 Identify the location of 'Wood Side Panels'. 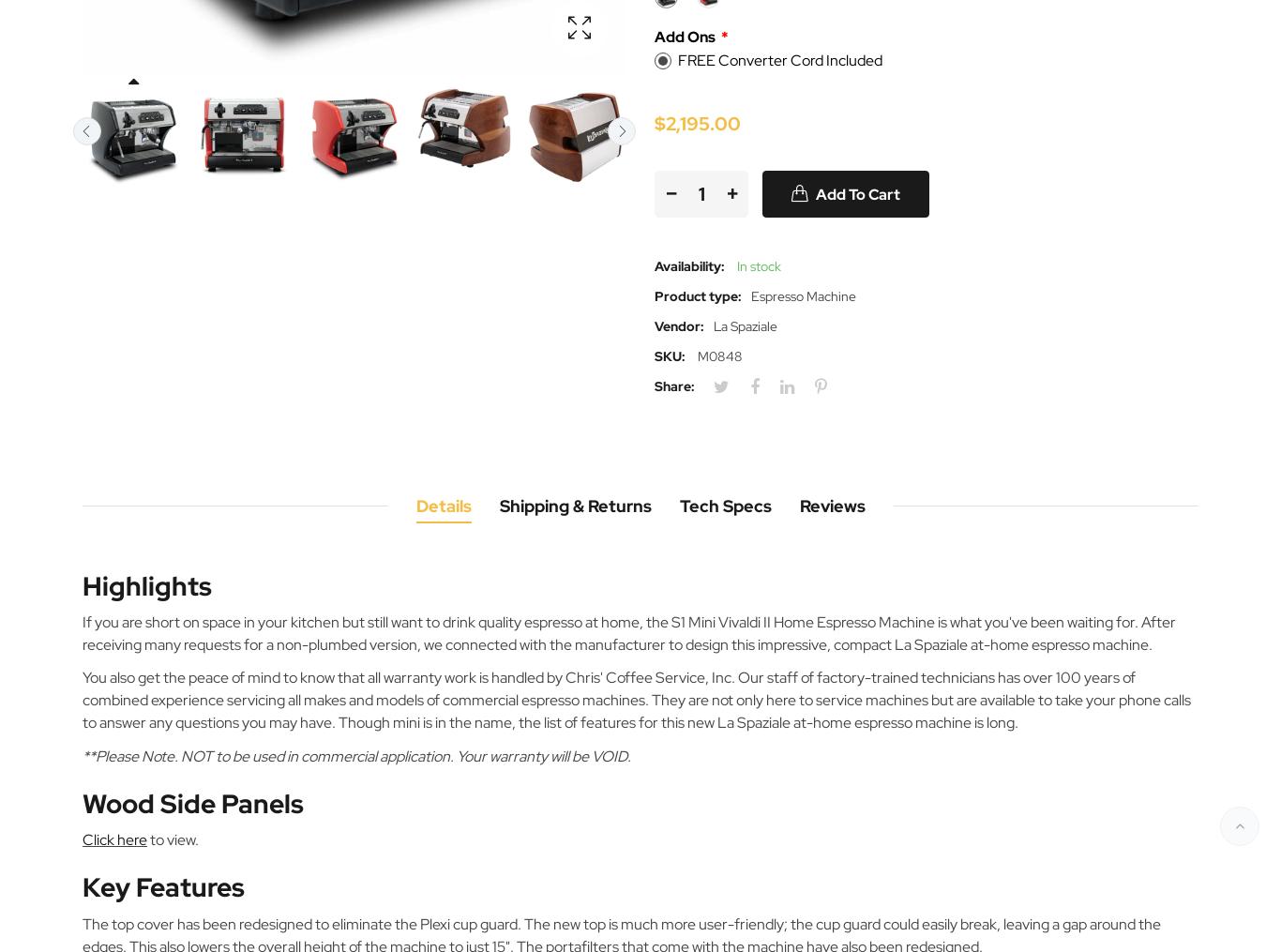
(82, 802).